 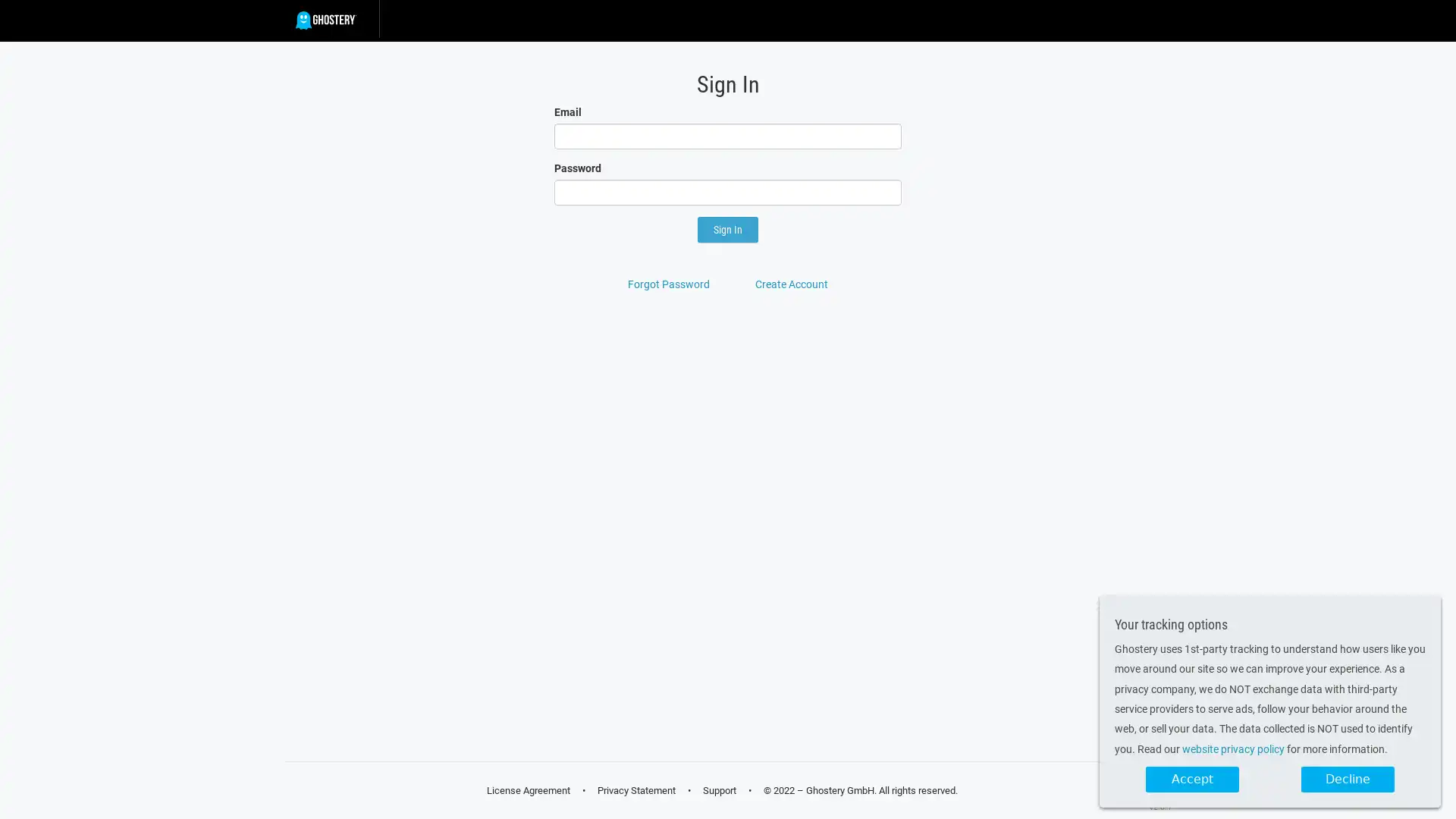 I want to click on Decline, so click(x=1348, y=780).